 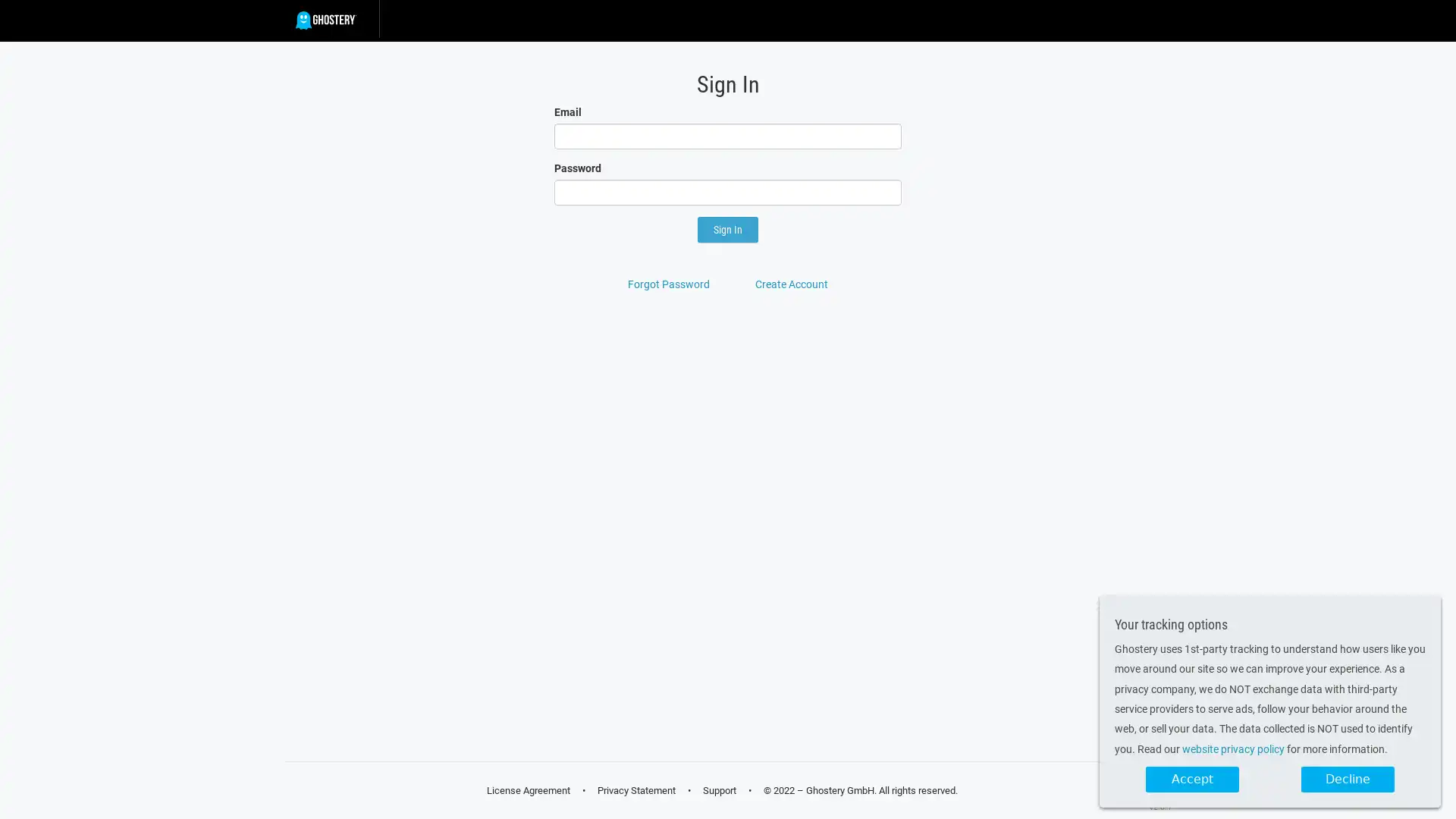 I want to click on Decline, so click(x=1348, y=780).